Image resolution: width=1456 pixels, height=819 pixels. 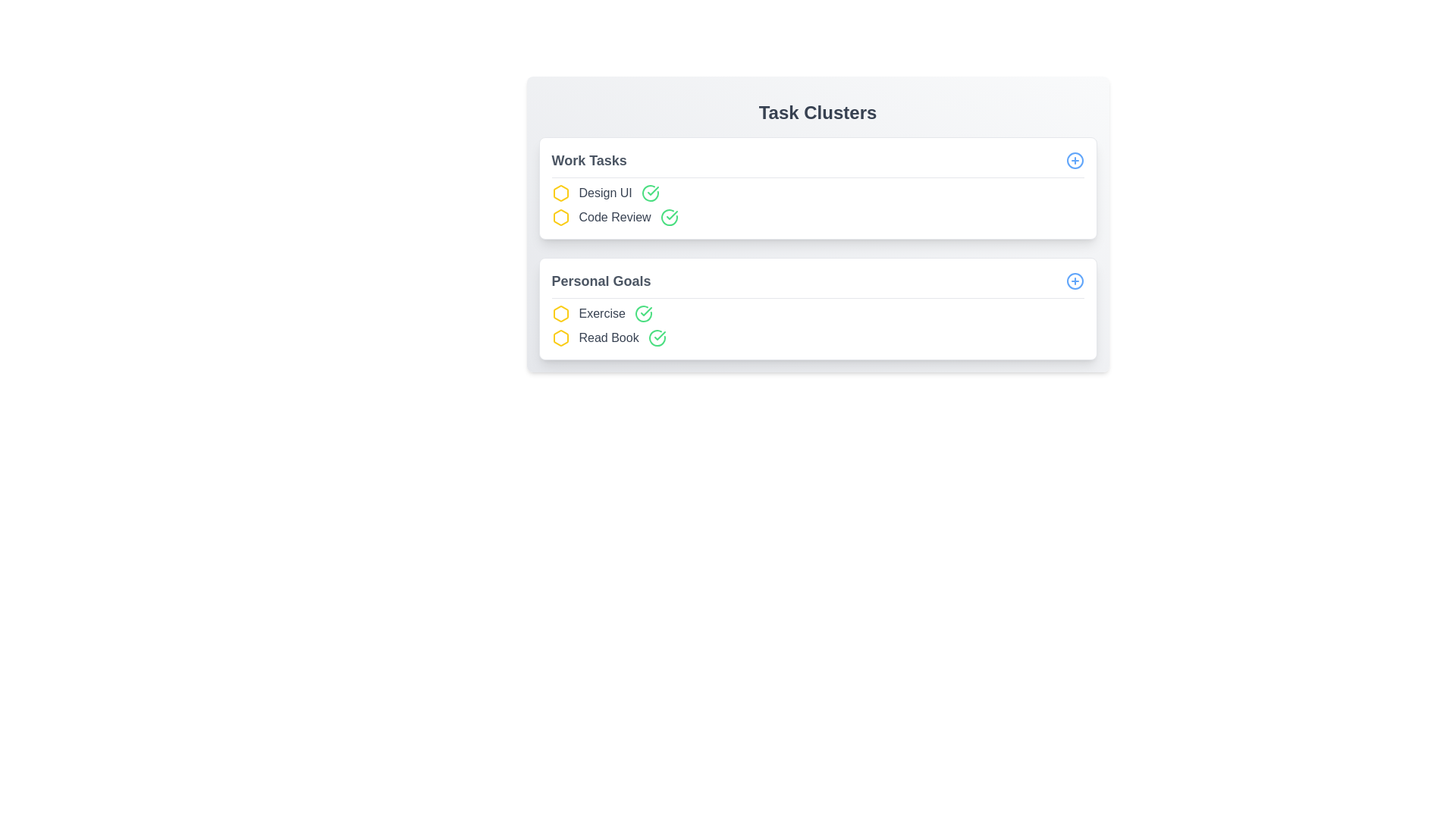 What do you see at coordinates (560, 192) in the screenshot?
I see `the icon associated with Design UI` at bounding box center [560, 192].